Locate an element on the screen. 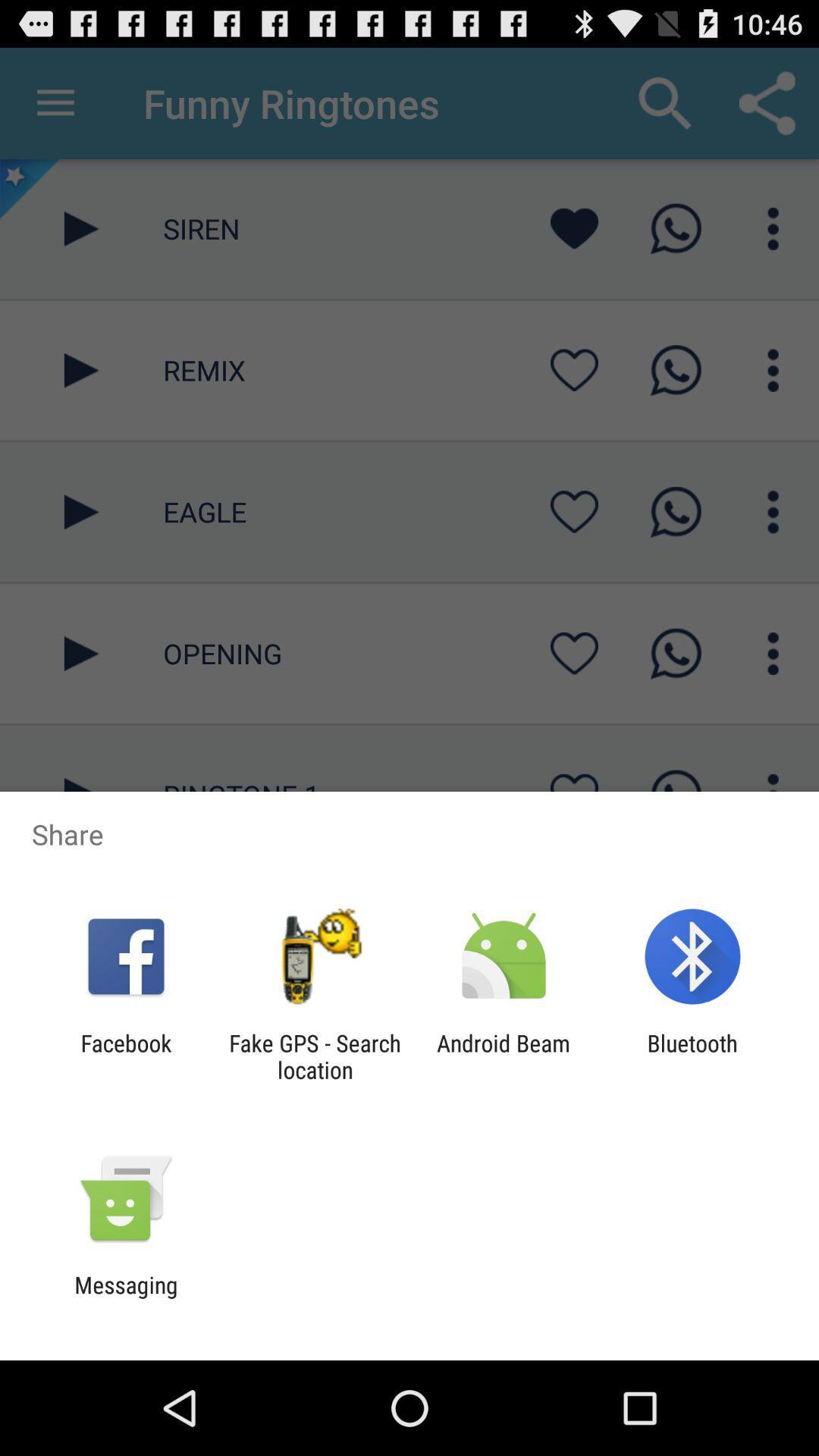 The image size is (819, 1456). the app to the left of bluetooth app is located at coordinates (504, 1056).